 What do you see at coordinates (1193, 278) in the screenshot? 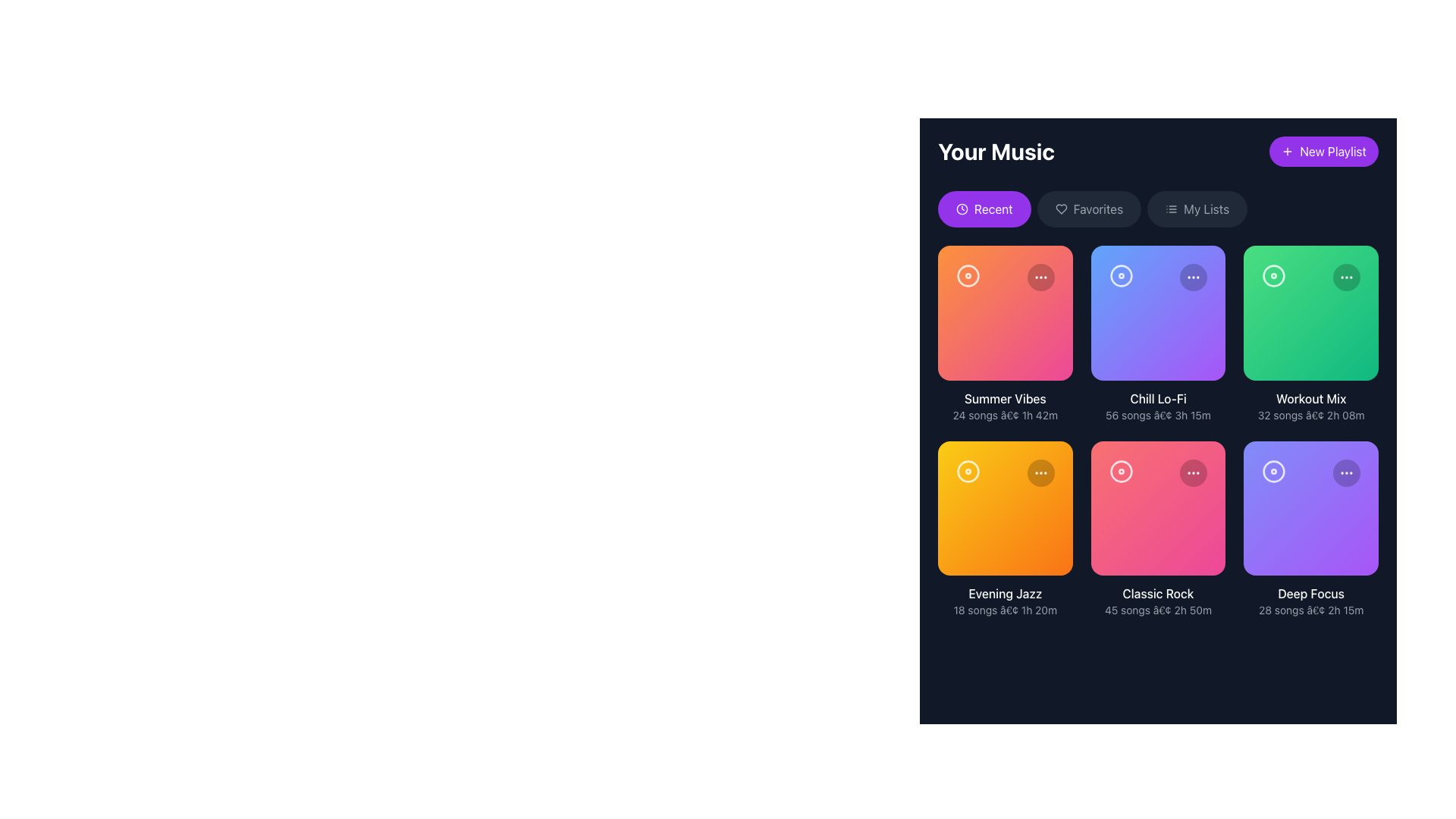
I see `the ellipsis icon button located at the top-center of the 'Chill Lo-Fi' music playlist card` at bounding box center [1193, 278].